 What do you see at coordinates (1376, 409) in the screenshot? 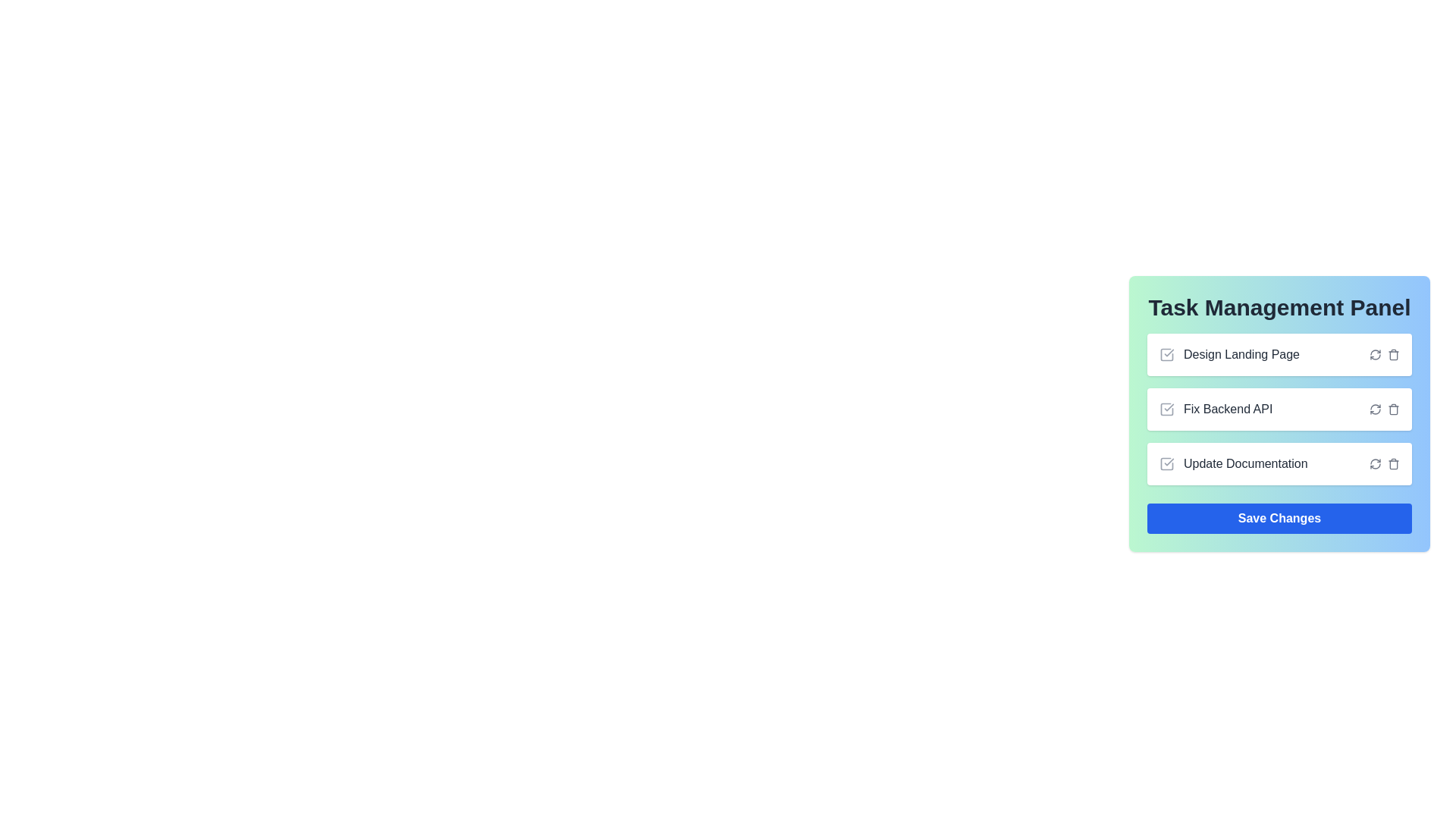
I see `the first button in the row for the 'Fix Backend API' task to initiate the reload action` at bounding box center [1376, 409].